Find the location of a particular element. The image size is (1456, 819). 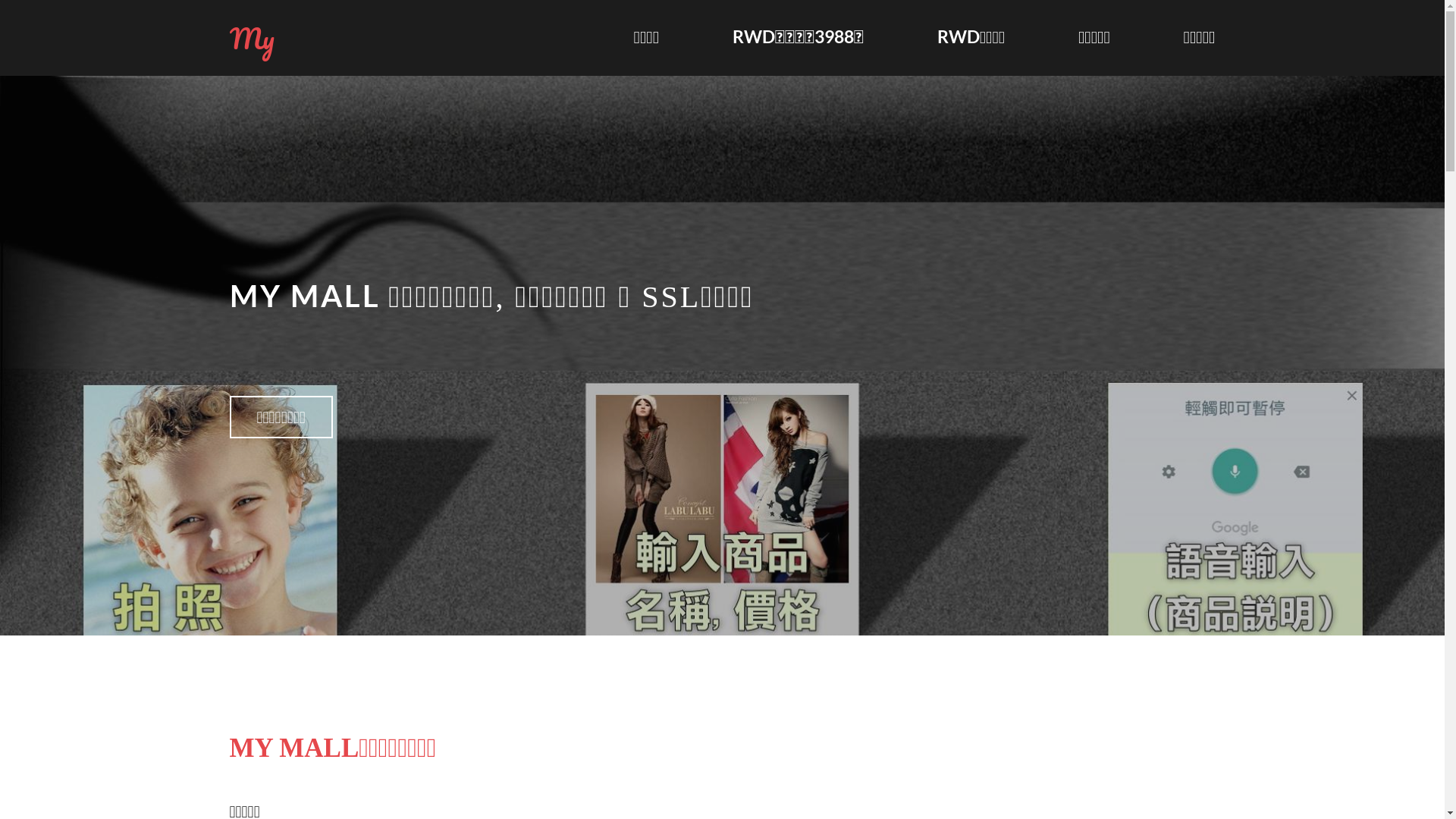

'My' is located at coordinates (251, 37).